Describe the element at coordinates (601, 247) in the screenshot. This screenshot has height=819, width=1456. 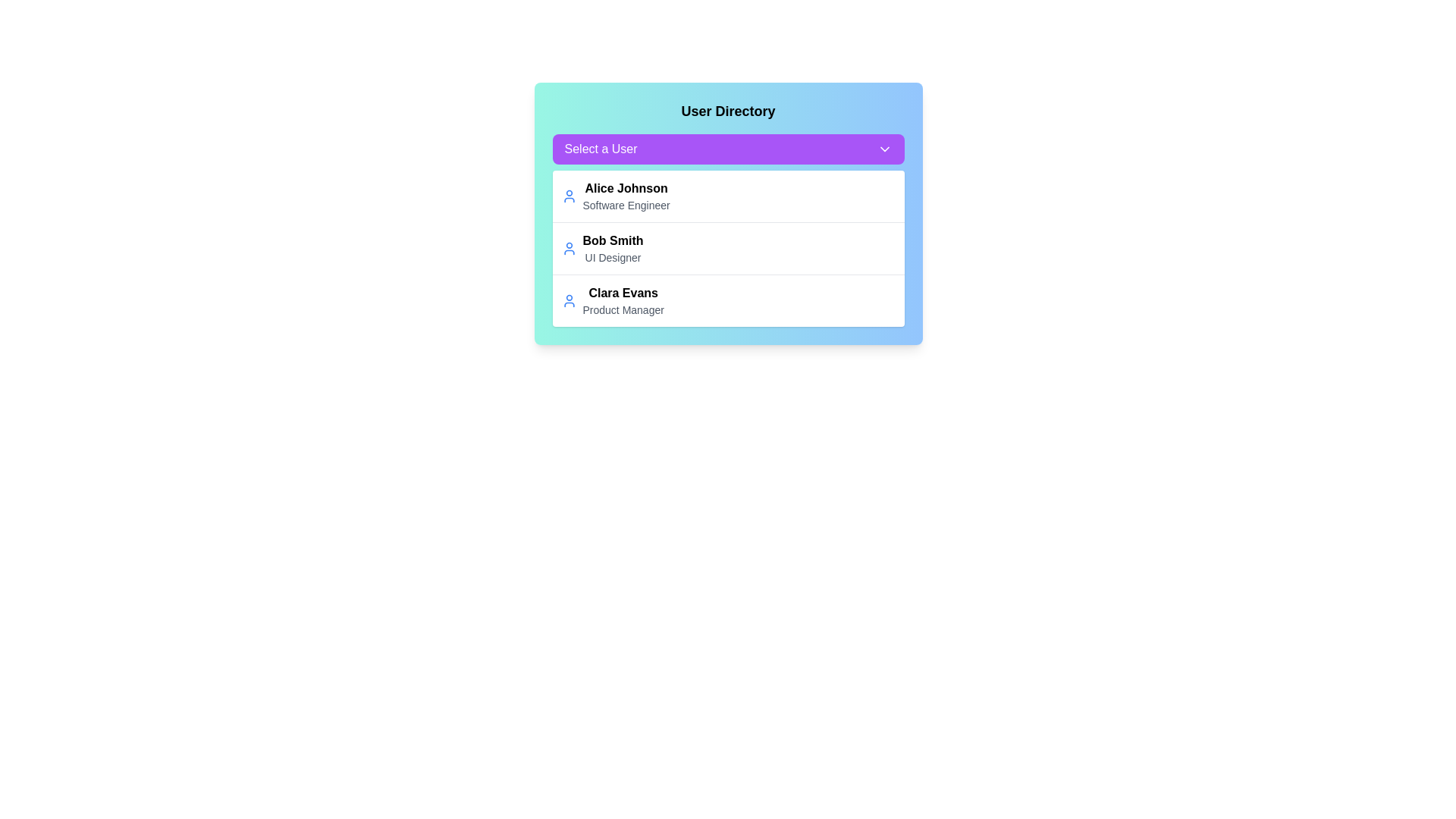
I see `the second ListItem in the User Directory, which contains user information including name and title, positioned between 'Alice Johnson' and 'Clara Evans'` at that location.